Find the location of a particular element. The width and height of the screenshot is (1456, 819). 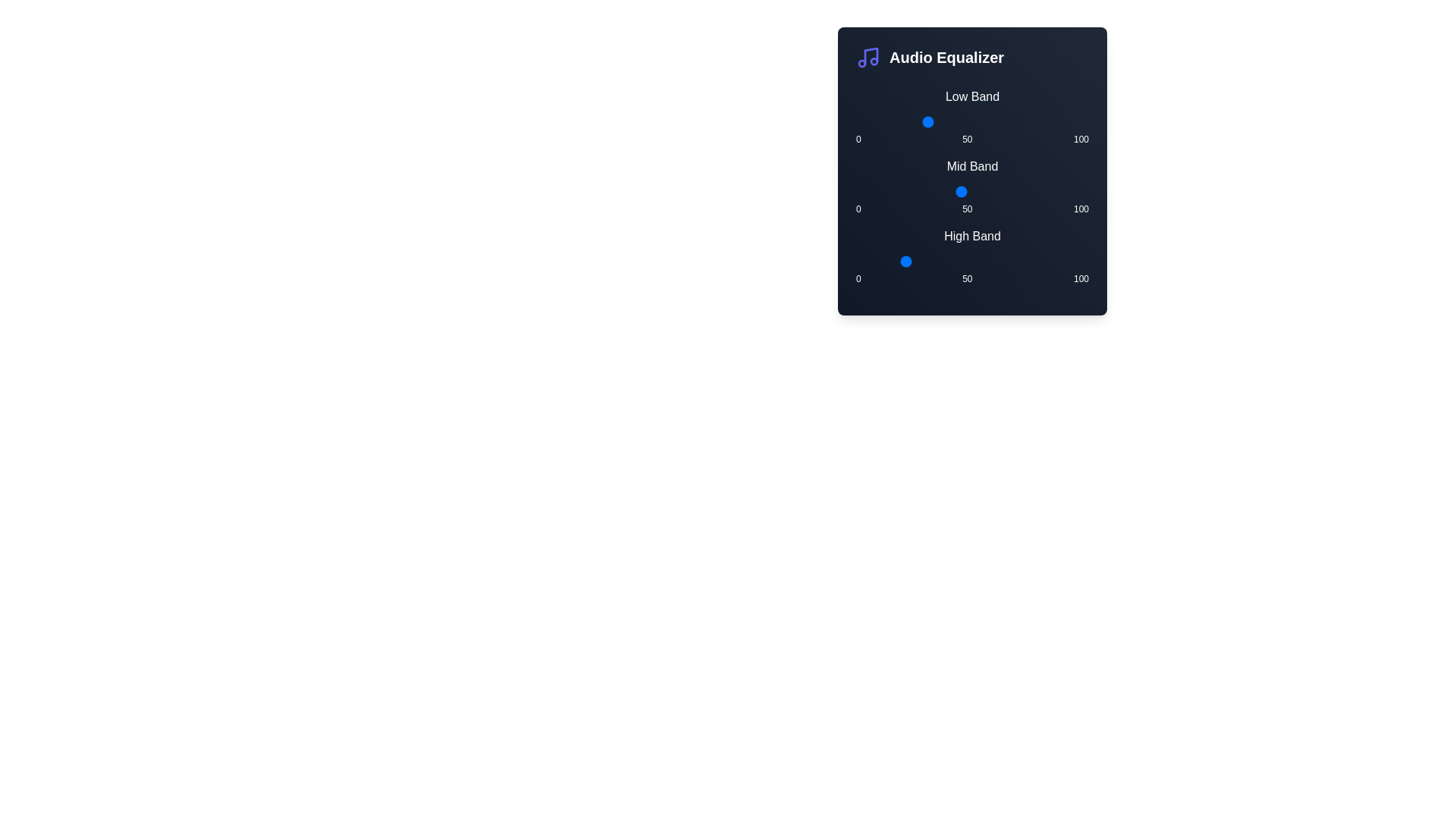

the High Band slider to 51 is located at coordinates (974, 260).